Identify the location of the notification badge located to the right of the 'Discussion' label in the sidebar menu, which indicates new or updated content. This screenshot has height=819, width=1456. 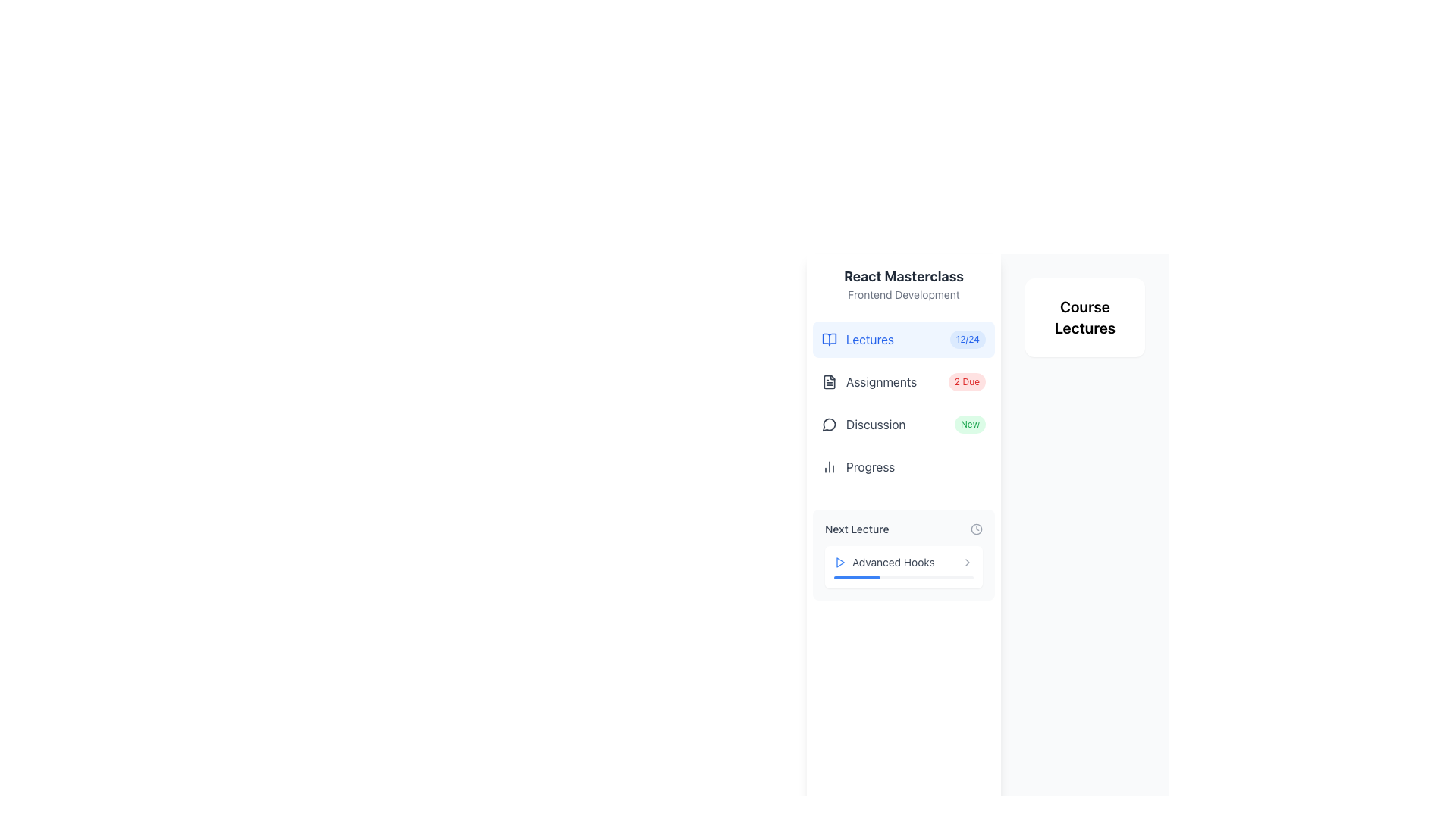
(969, 424).